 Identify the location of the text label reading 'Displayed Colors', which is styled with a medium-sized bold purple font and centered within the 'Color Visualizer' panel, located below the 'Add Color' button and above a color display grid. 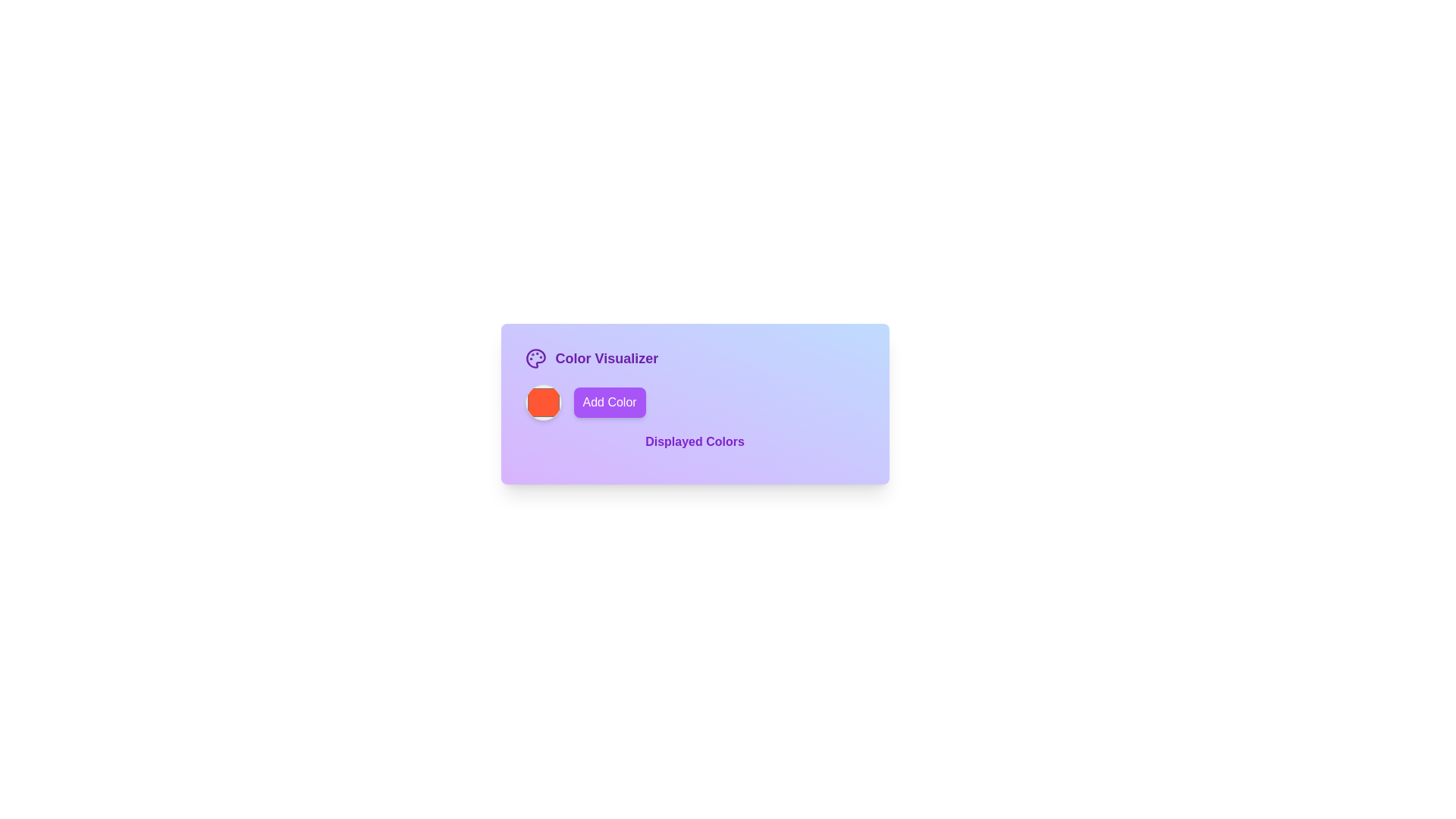
(694, 441).